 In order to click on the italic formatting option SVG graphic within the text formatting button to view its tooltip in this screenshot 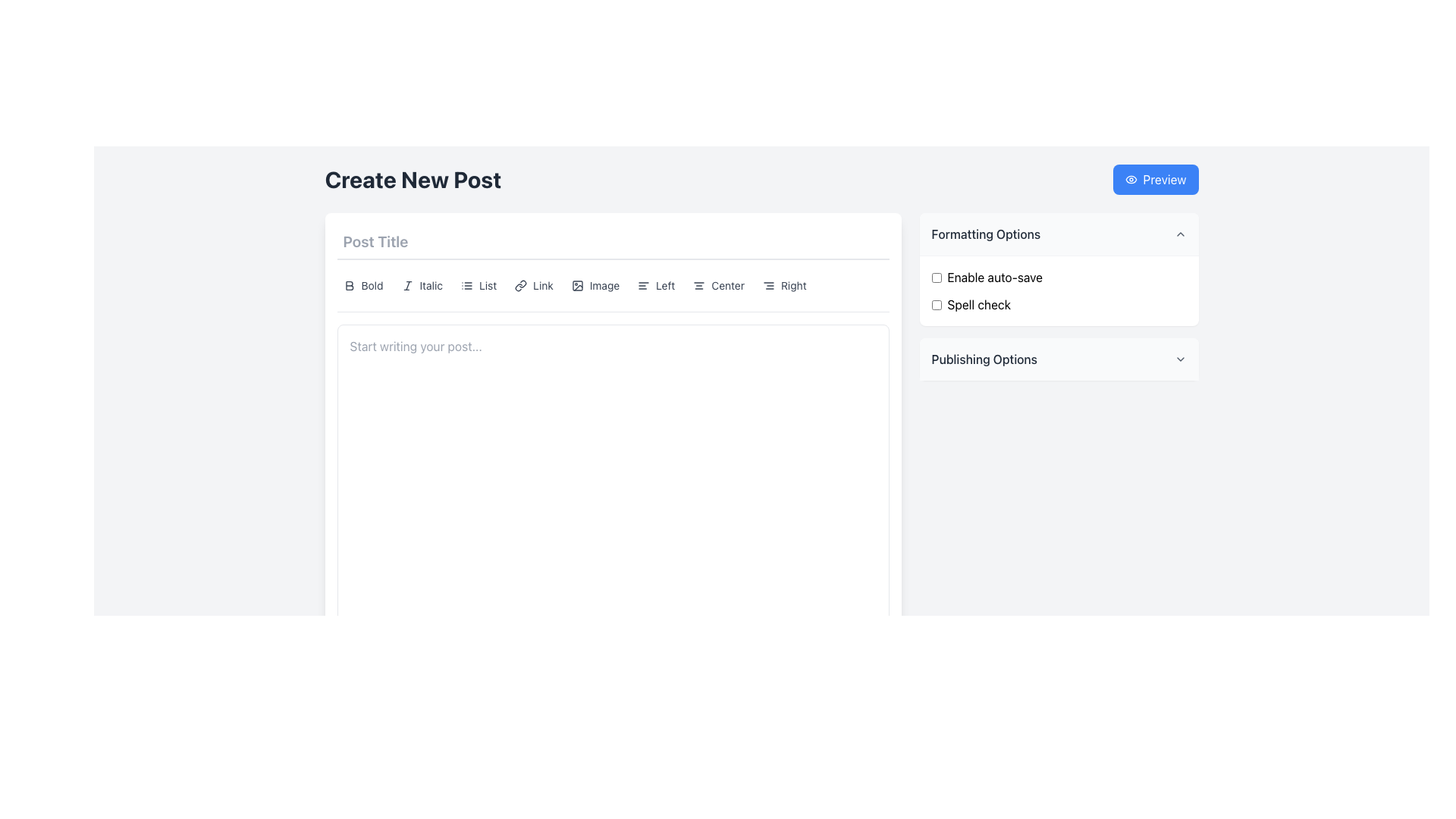, I will do `click(407, 286)`.